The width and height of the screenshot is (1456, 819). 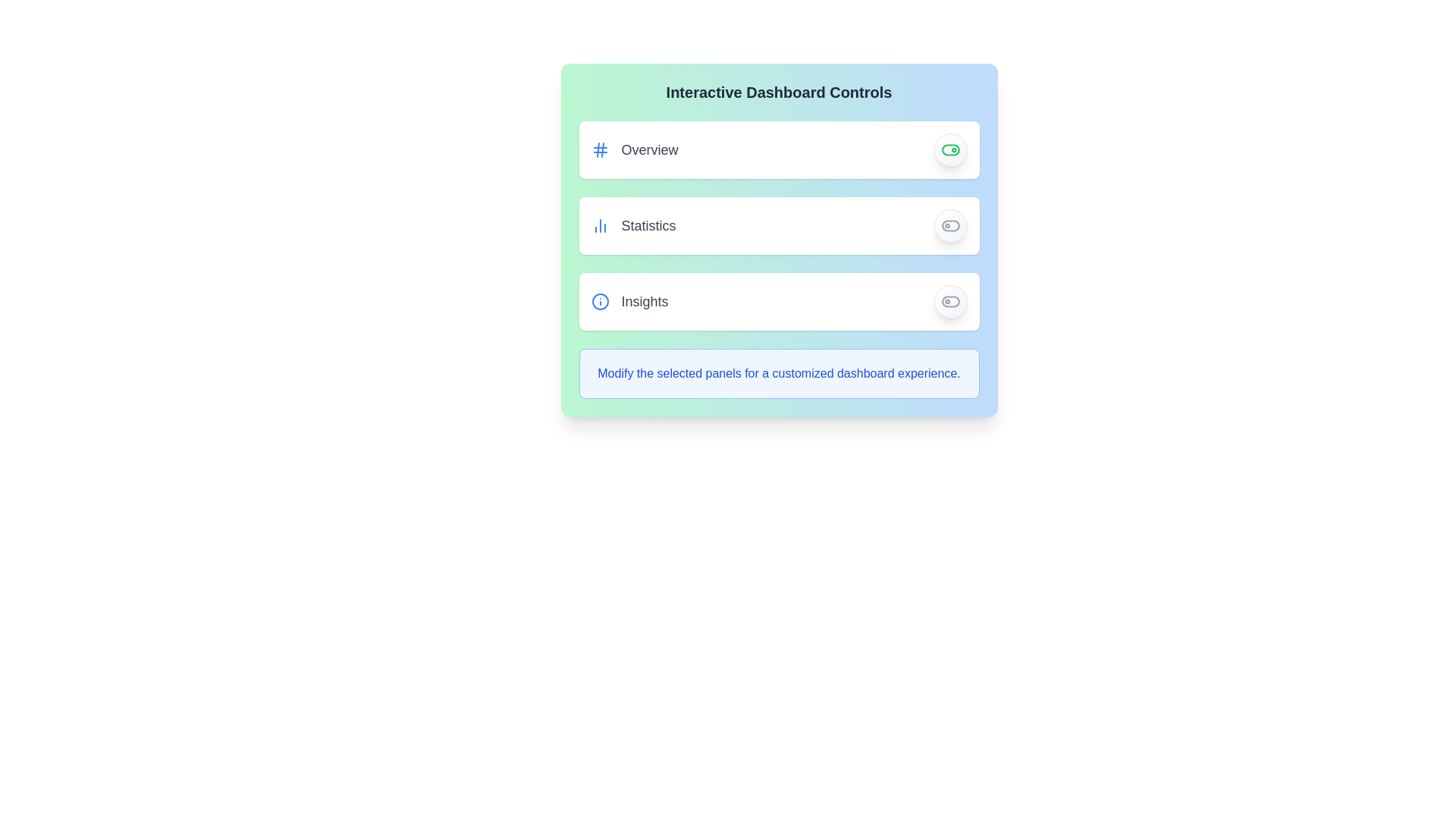 I want to click on the blue bar chart icon located in the 'Statistics' section, which is the leftmost icon in that section, so click(x=599, y=225).